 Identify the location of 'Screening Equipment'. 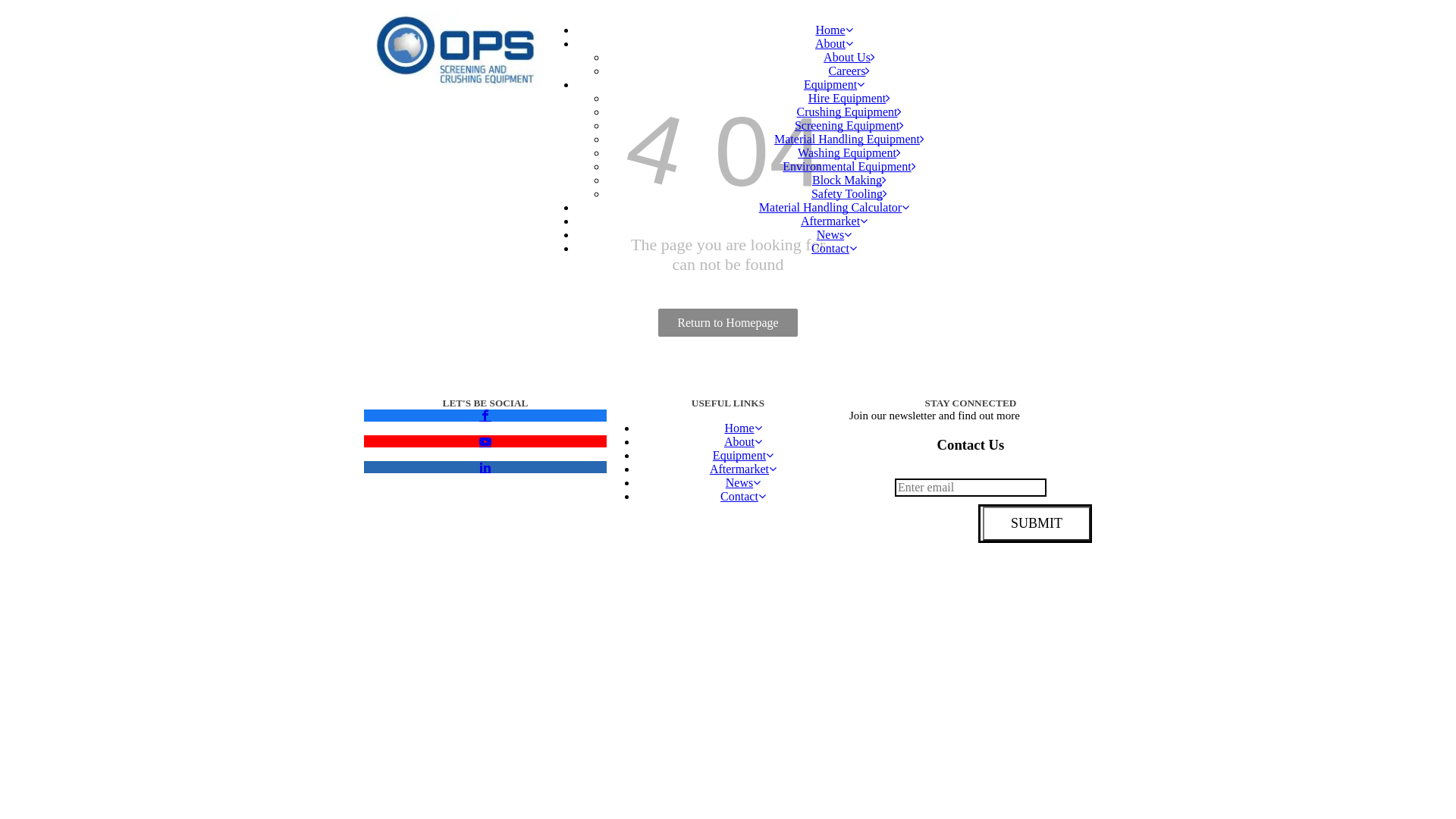
(848, 124).